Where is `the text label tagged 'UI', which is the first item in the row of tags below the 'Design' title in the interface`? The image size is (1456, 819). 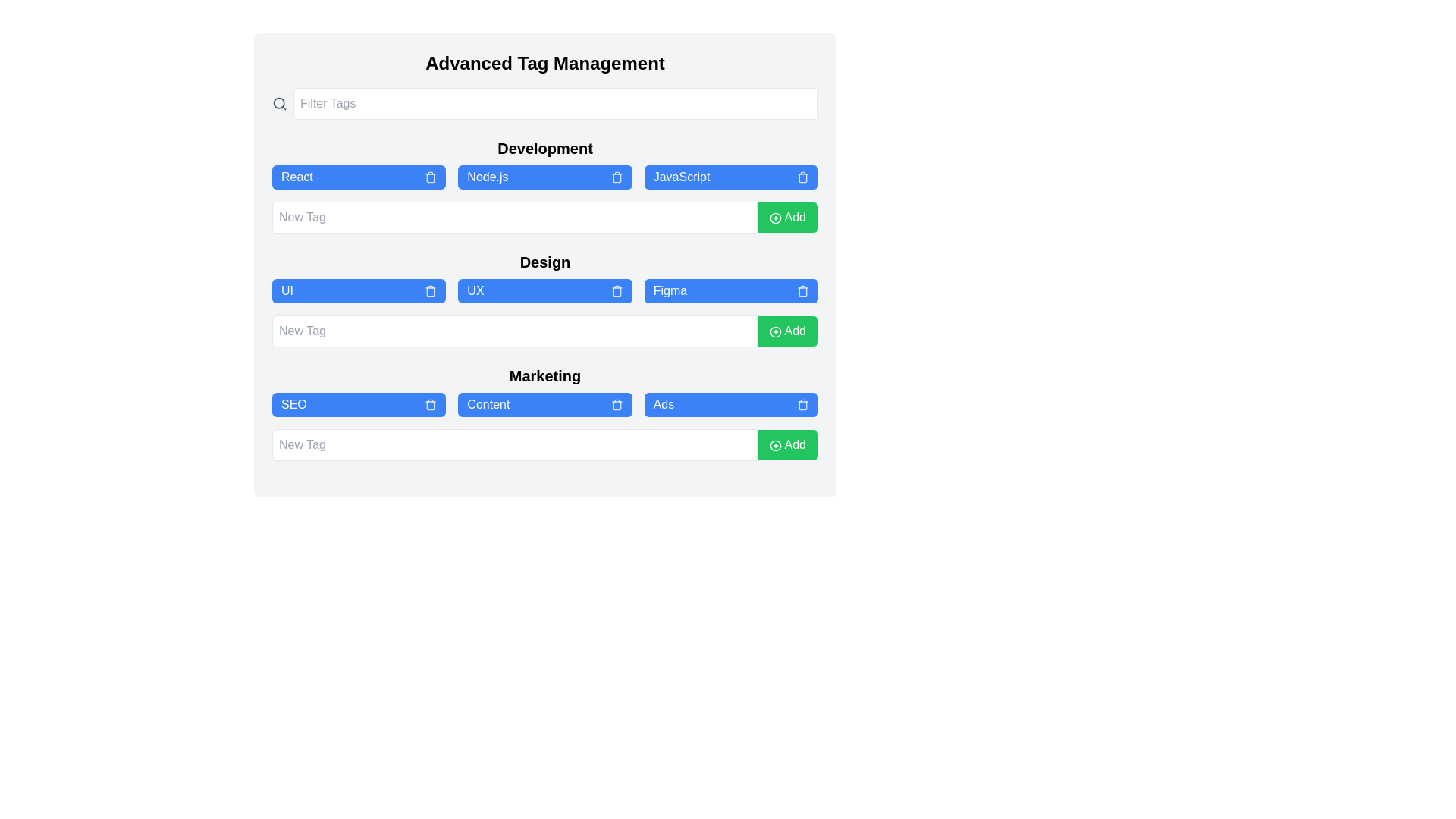 the text label tagged 'UI', which is the first item in the row of tags below the 'Design' title in the interface is located at coordinates (287, 291).